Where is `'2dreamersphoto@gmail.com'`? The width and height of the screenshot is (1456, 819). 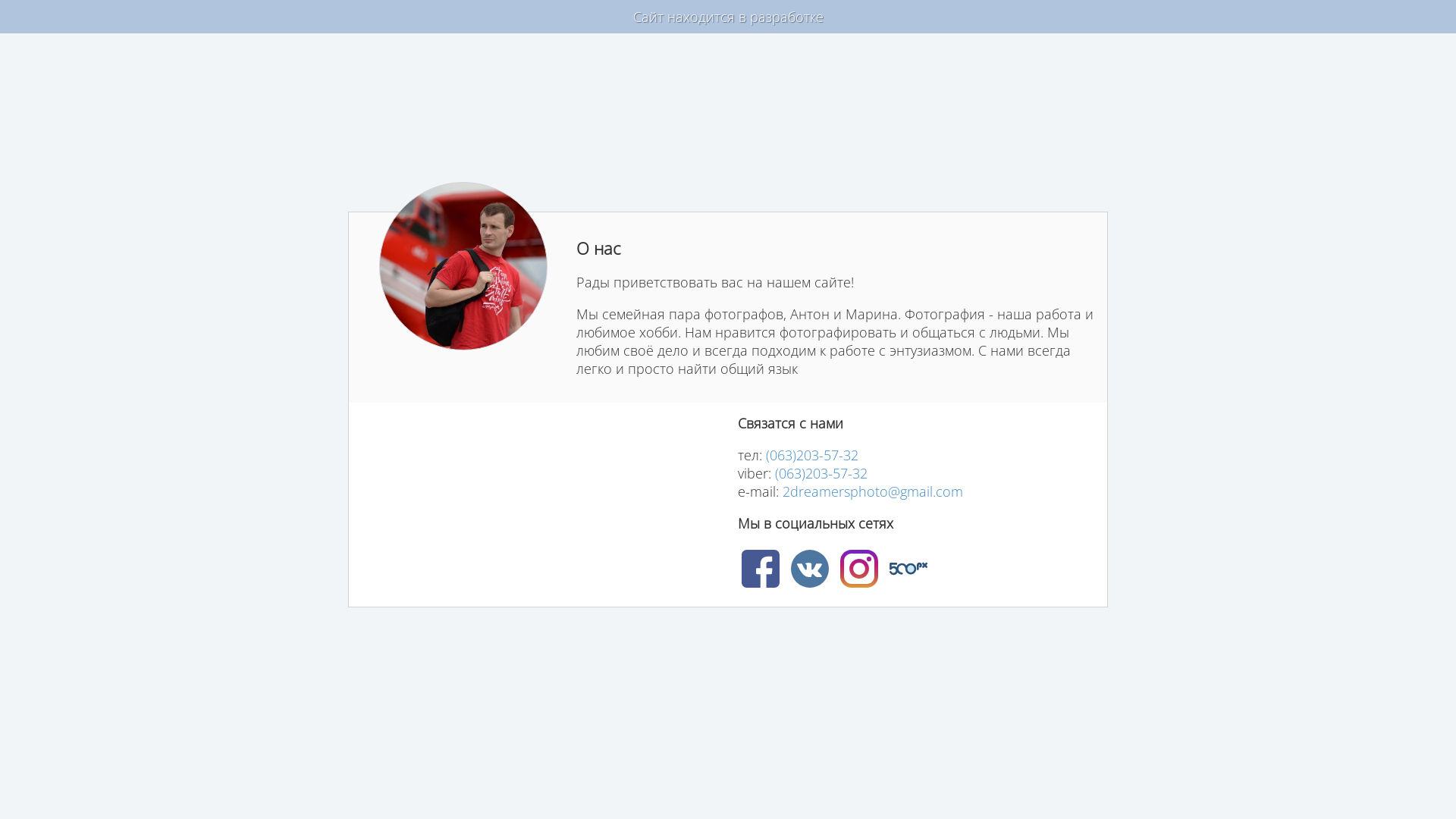
'2dreamersphoto@gmail.com' is located at coordinates (873, 491).